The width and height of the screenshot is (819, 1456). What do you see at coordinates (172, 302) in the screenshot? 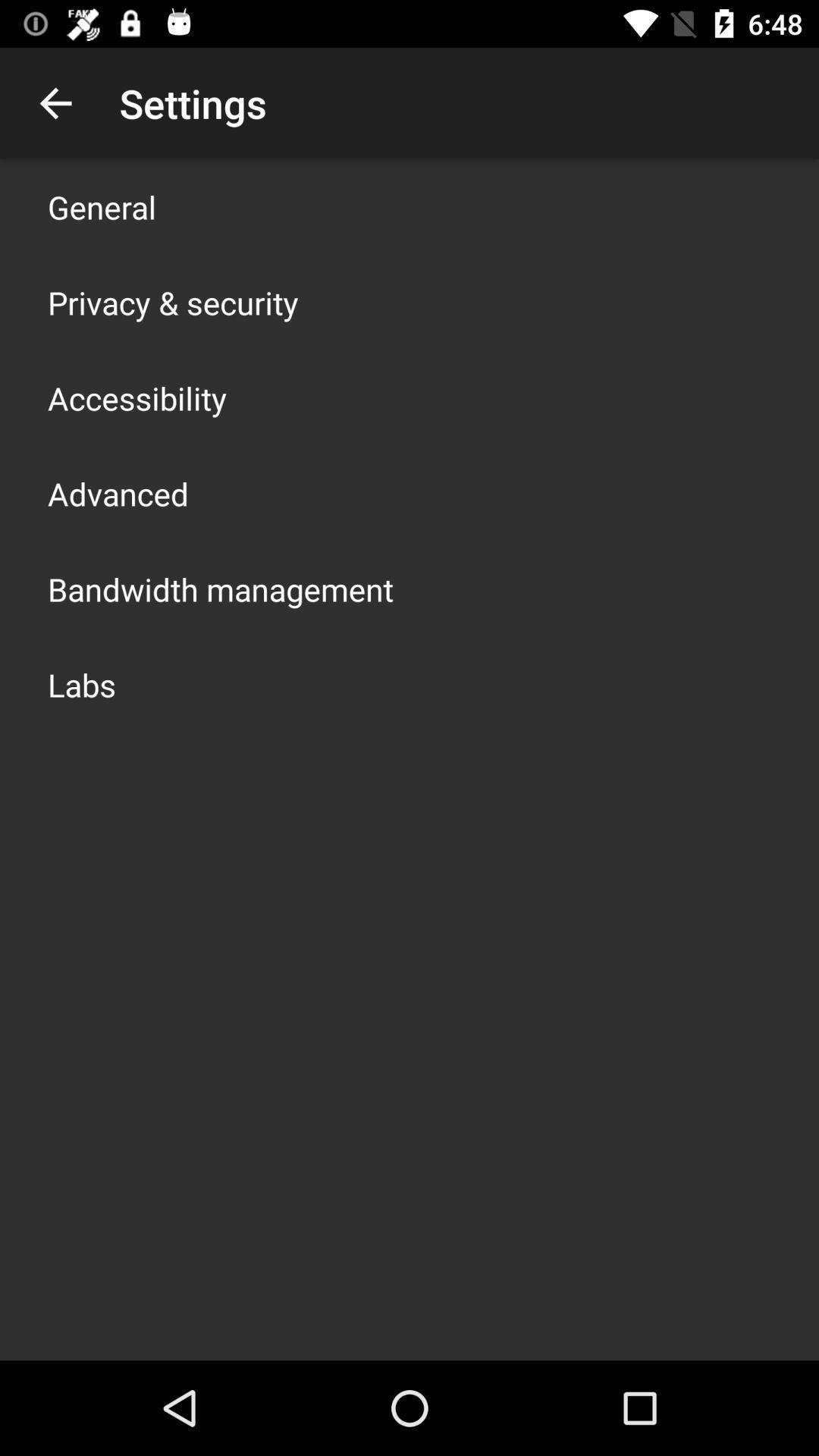
I see `item above accessibility app` at bounding box center [172, 302].